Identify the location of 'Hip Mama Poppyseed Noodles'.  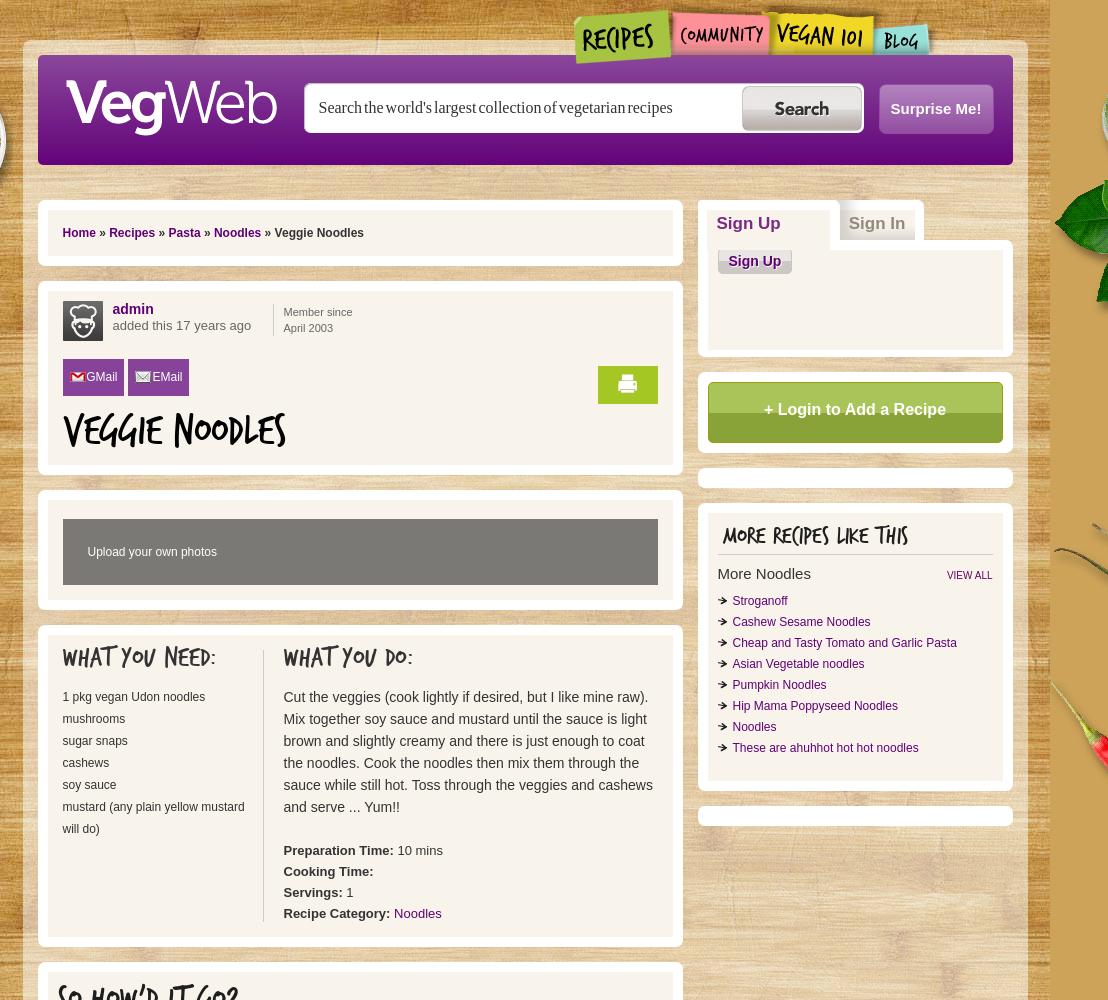
(813, 705).